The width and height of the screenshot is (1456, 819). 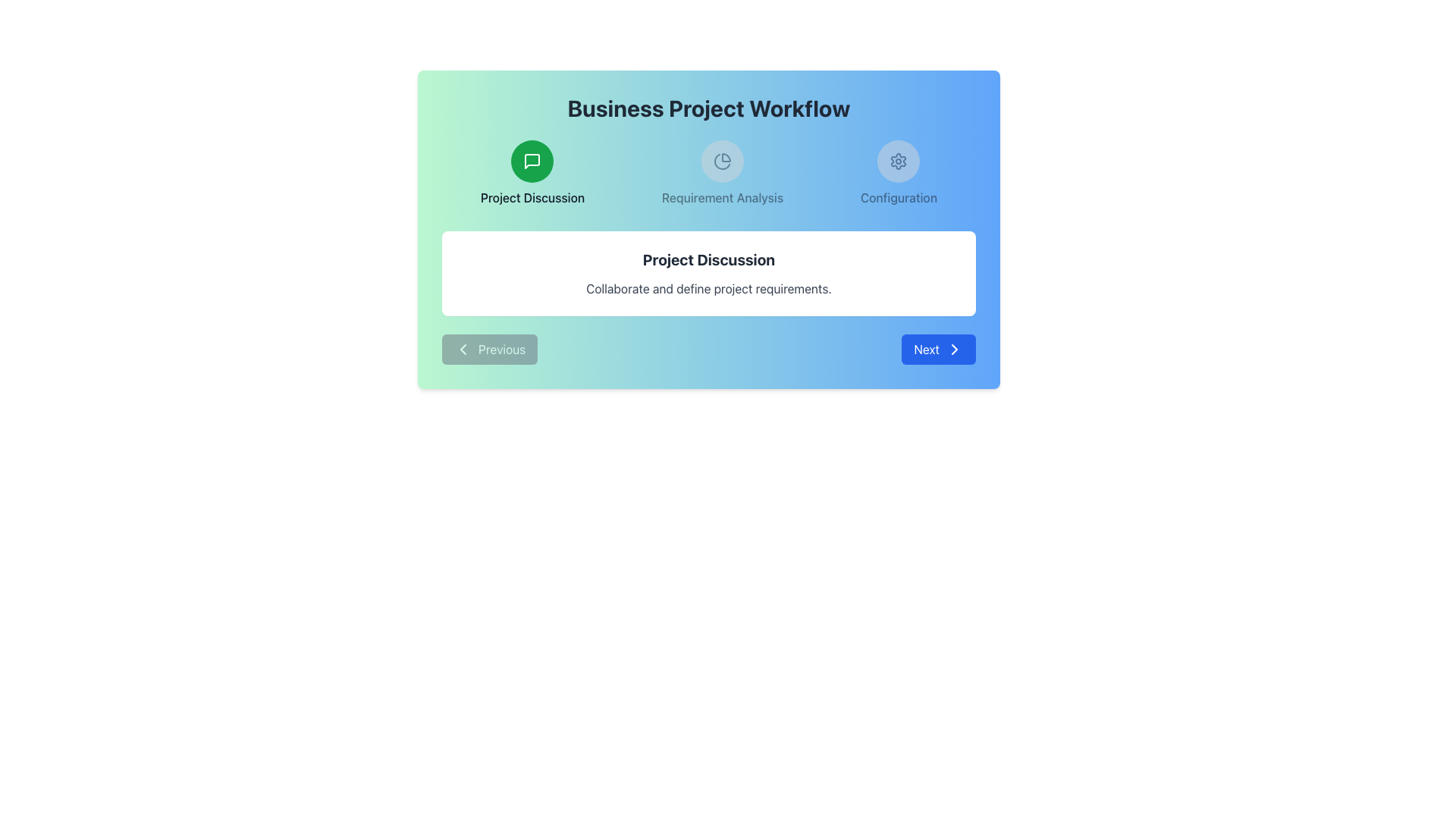 What do you see at coordinates (462, 350) in the screenshot?
I see `the visual indication of navigation by focusing on the left-chevron arrow icon within the 'Previous' button, which has a gray background and rounded corners` at bounding box center [462, 350].